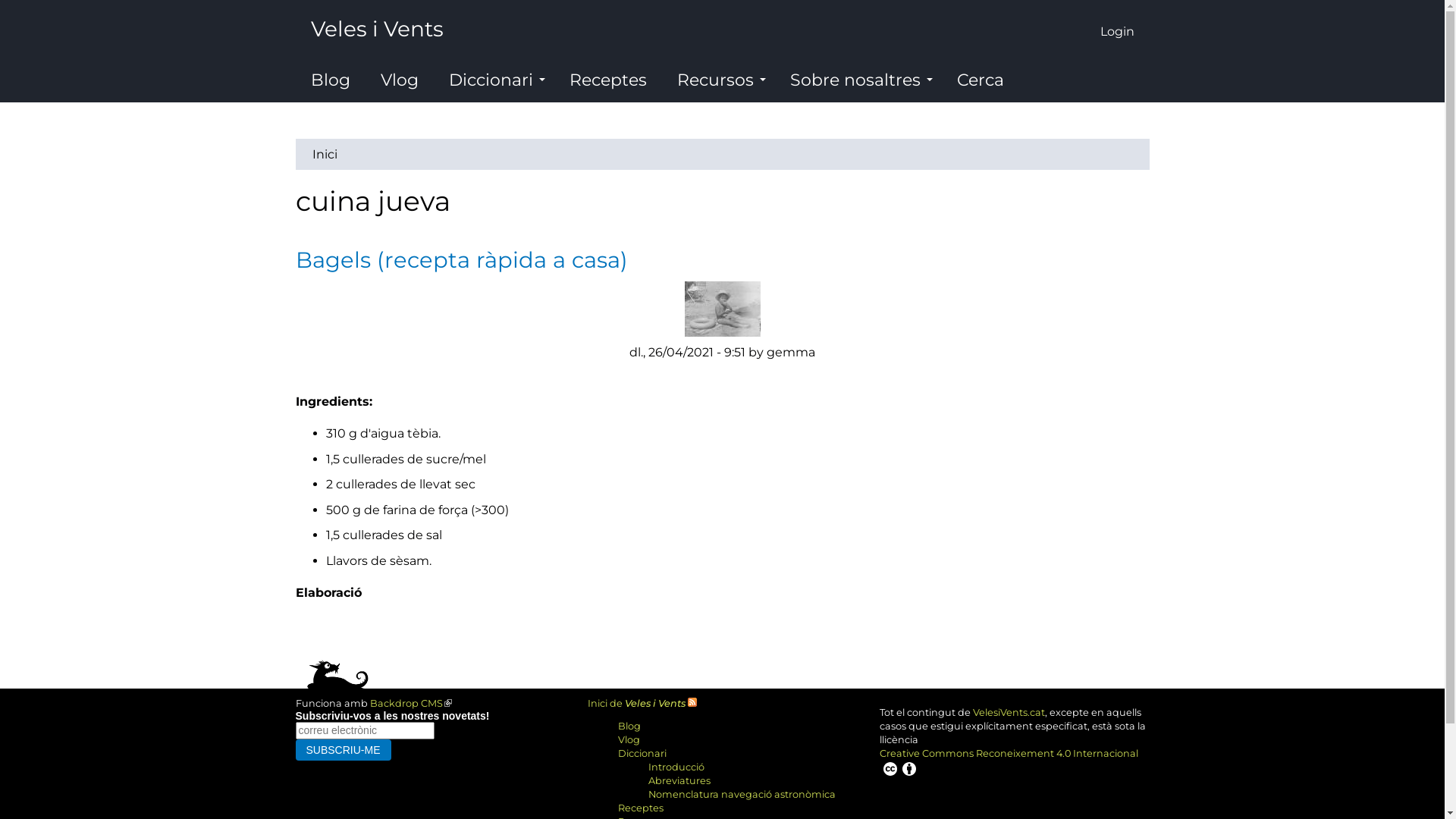 The image size is (1456, 819). Describe the element at coordinates (941, 80) in the screenshot. I see `'Cerca'` at that location.